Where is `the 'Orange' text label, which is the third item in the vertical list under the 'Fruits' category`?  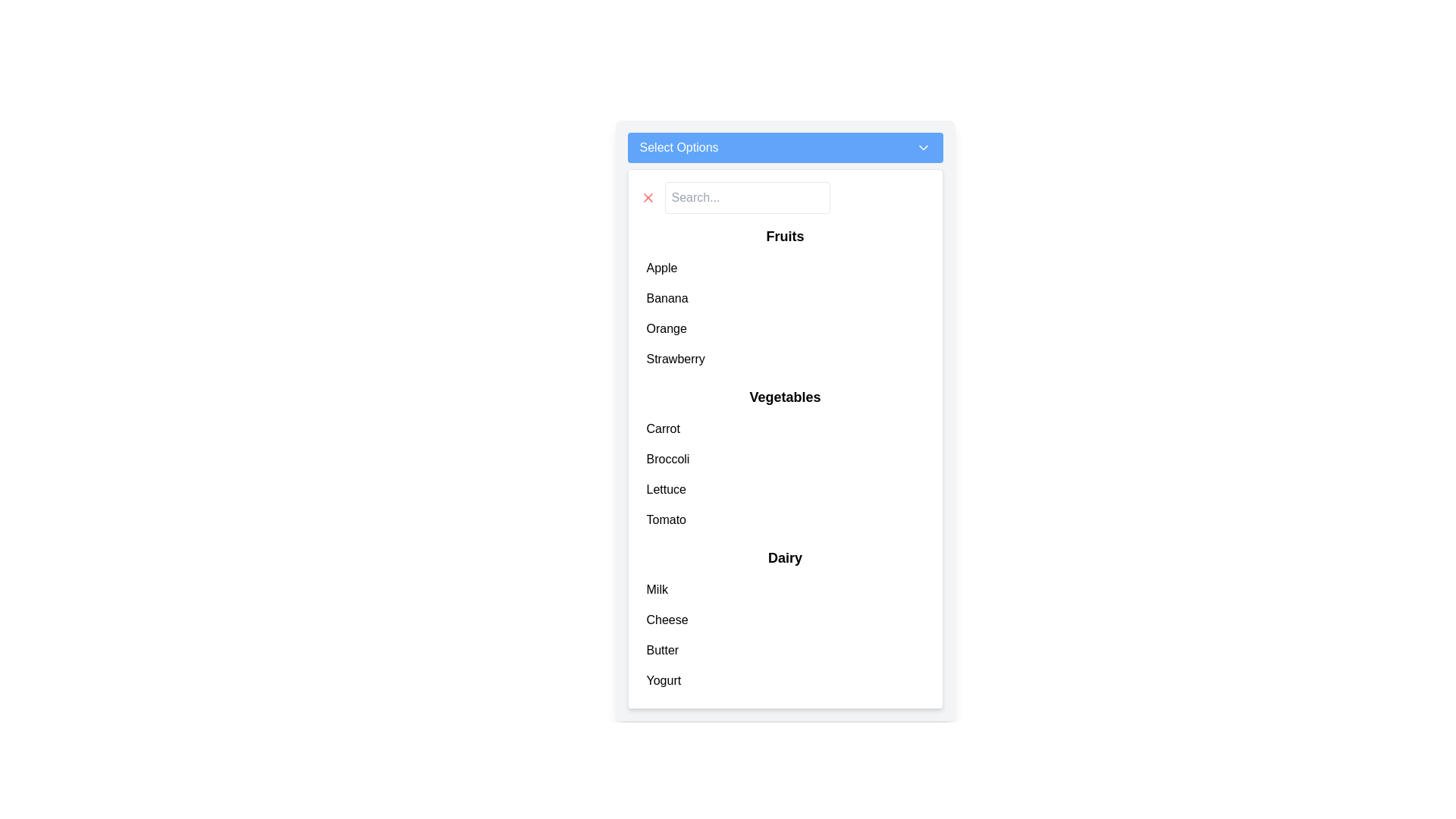
the 'Orange' text label, which is the third item in the vertical list under the 'Fruits' category is located at coordinates (667, 328).